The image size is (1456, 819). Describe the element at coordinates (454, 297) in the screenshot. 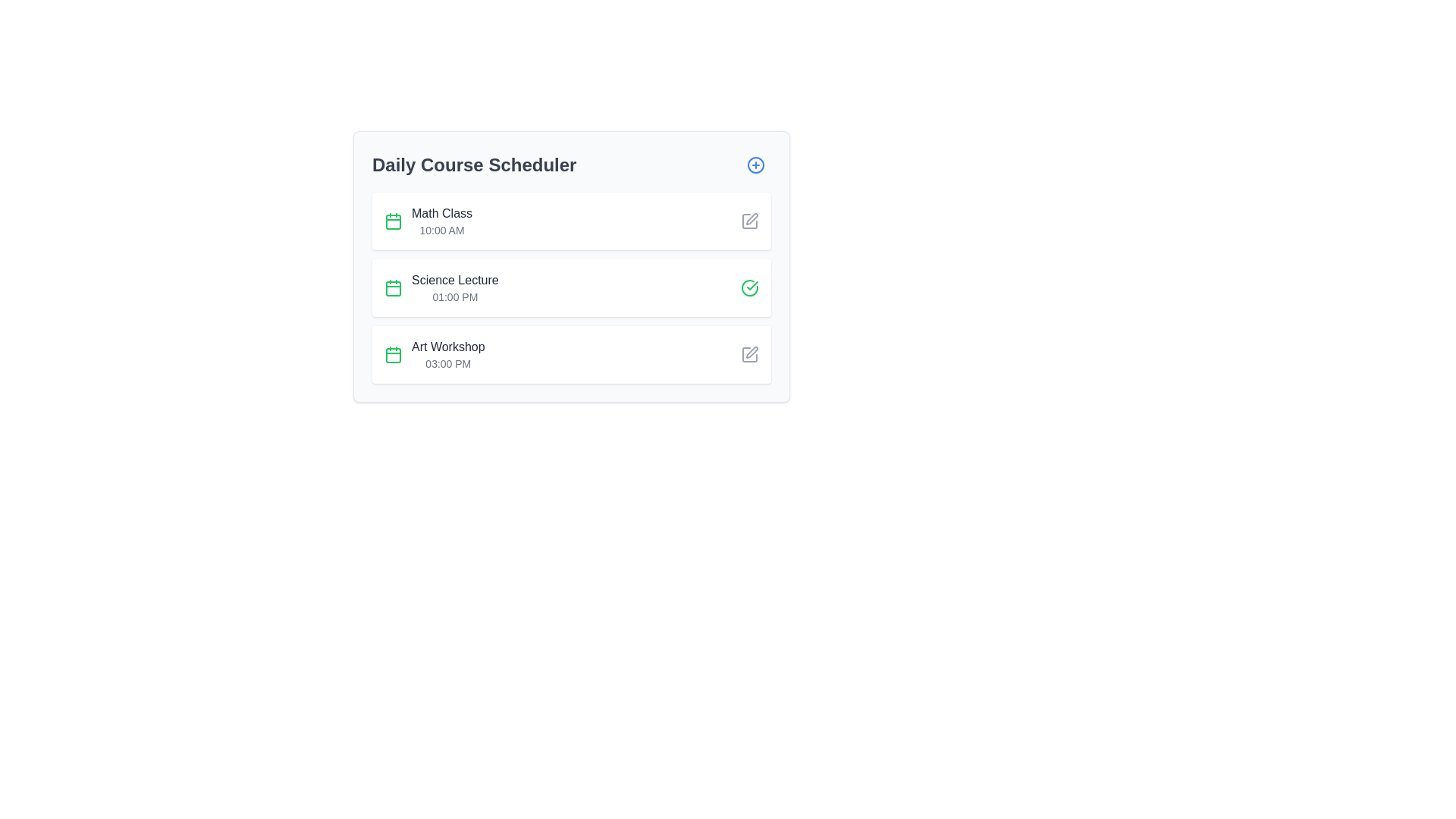

I see `the static text label displaying '01:00 PM', which is positioned below 'Science Lecture' in the course schedule list` at that location.